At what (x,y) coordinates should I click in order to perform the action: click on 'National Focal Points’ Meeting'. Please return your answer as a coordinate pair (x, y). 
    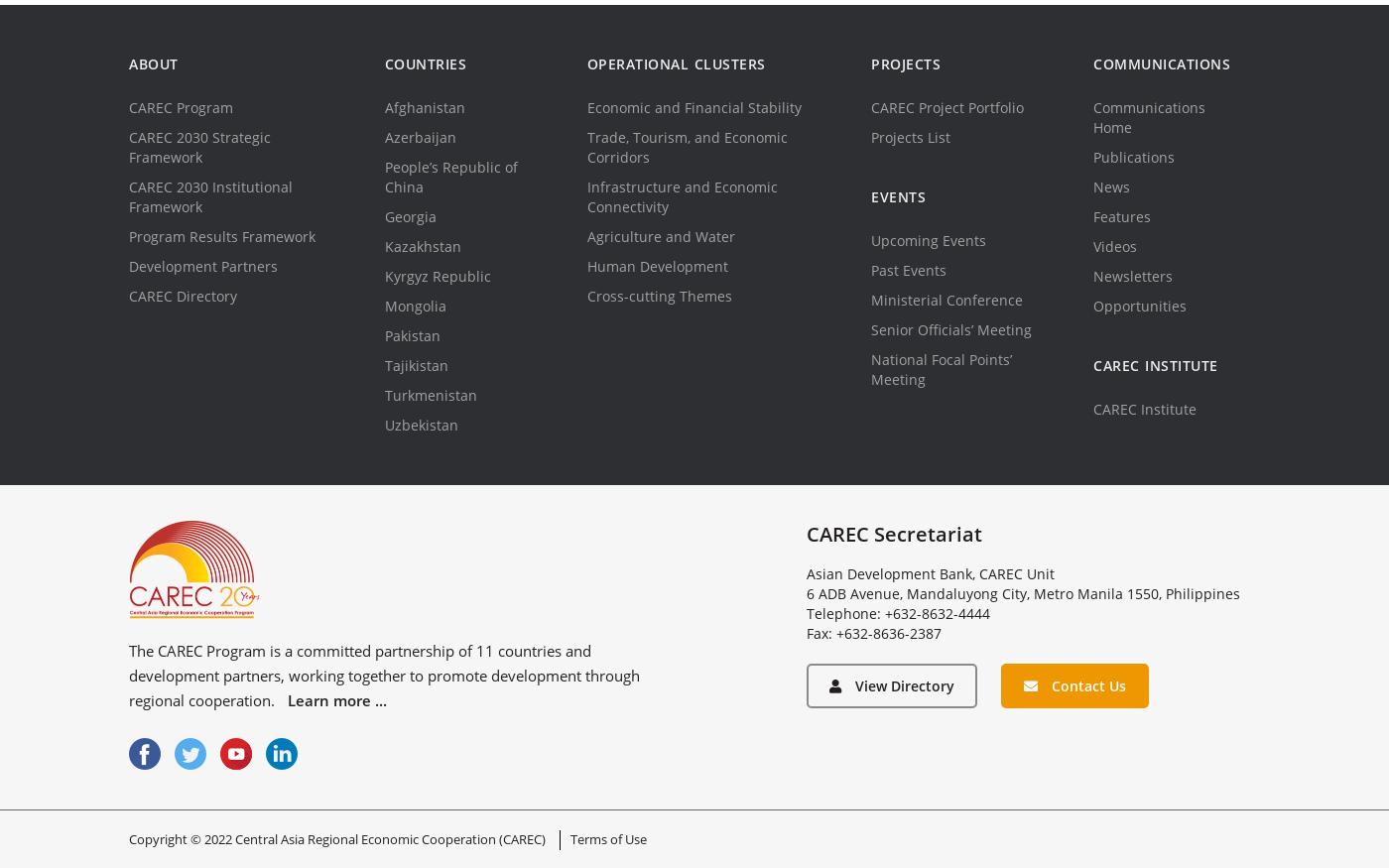
    Looking at the image, I should click on (942, 369).